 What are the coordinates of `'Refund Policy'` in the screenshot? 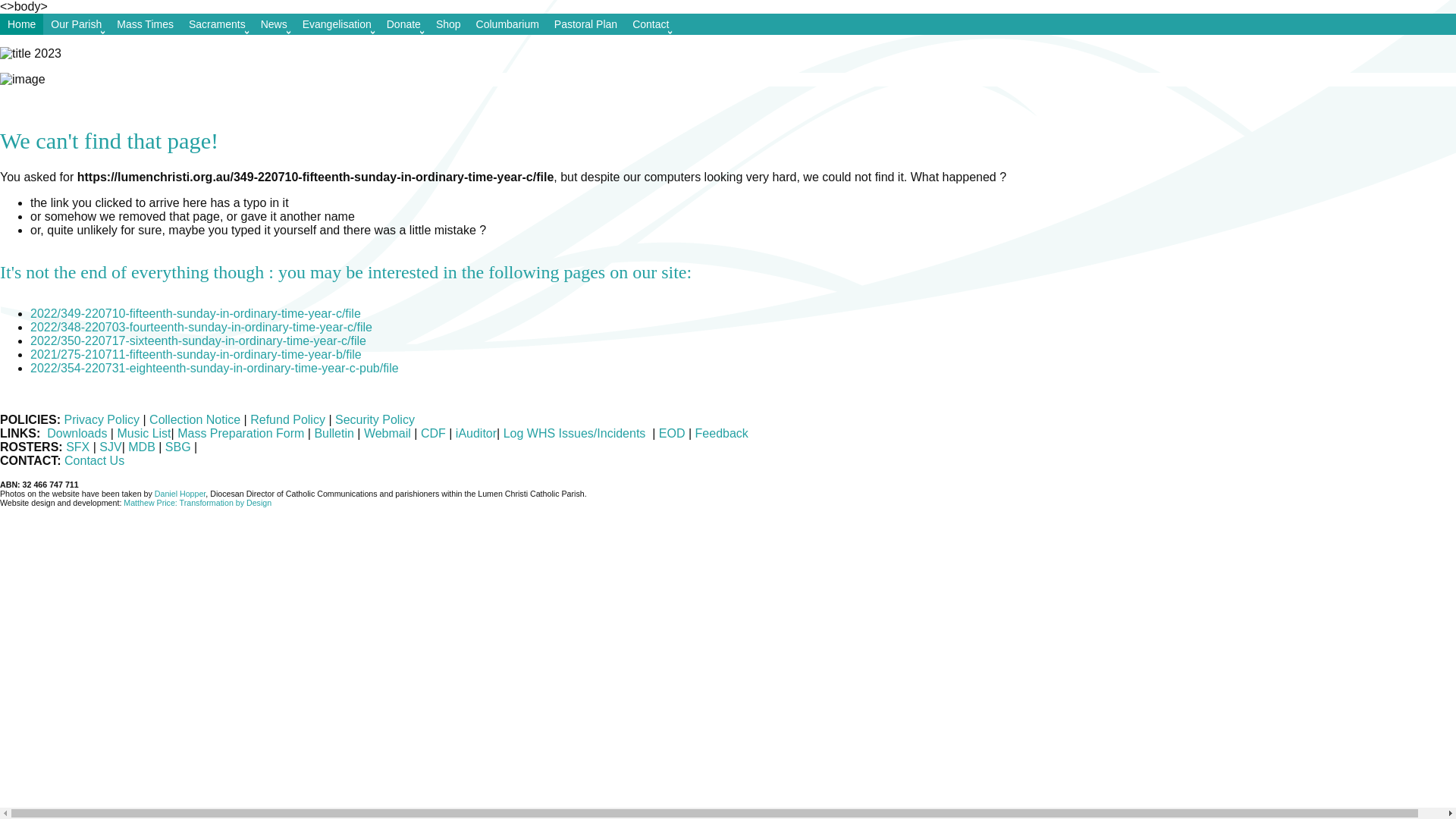 It's located at (289, 419).